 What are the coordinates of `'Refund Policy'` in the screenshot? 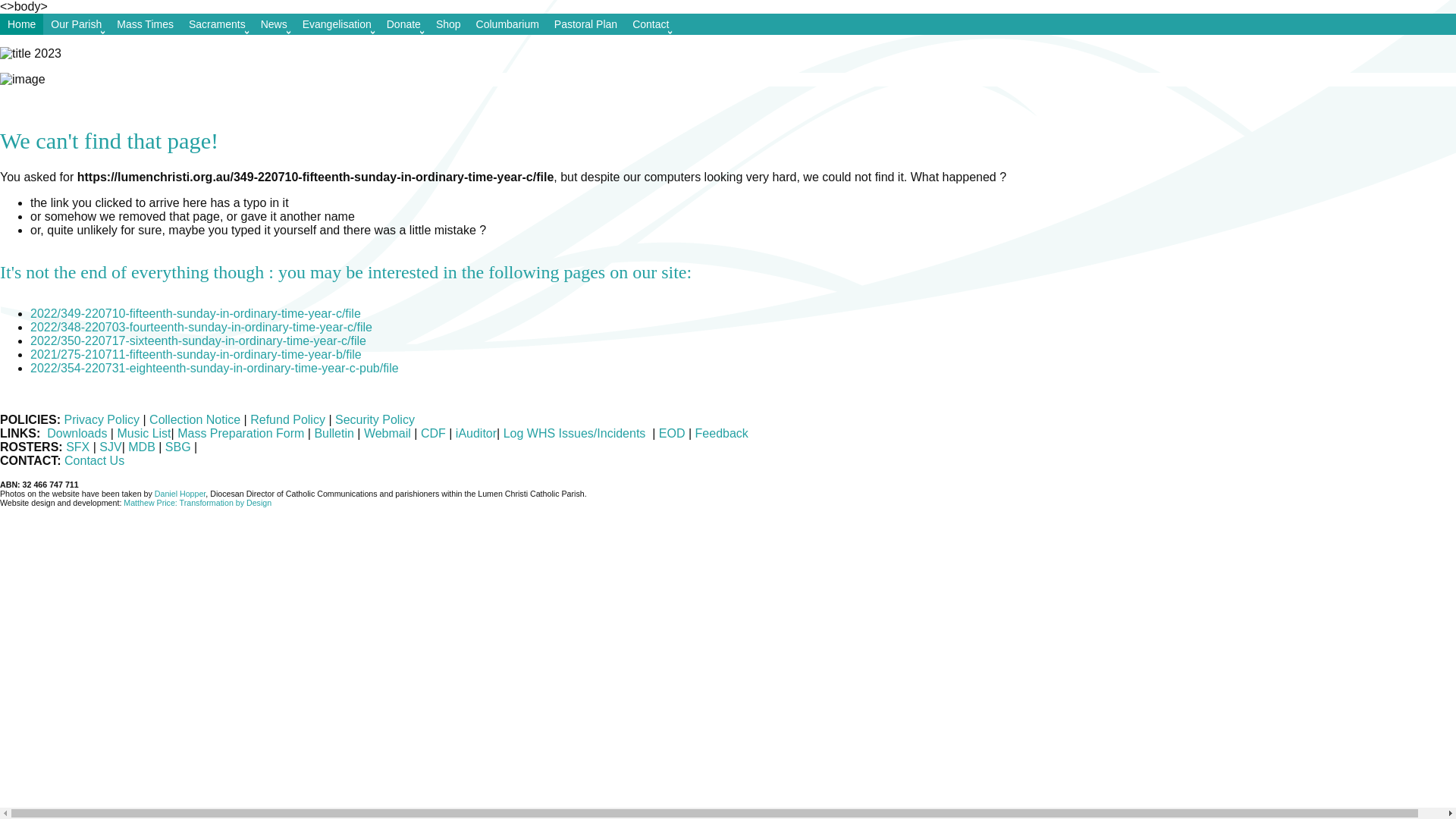 It's located at (289, 419).